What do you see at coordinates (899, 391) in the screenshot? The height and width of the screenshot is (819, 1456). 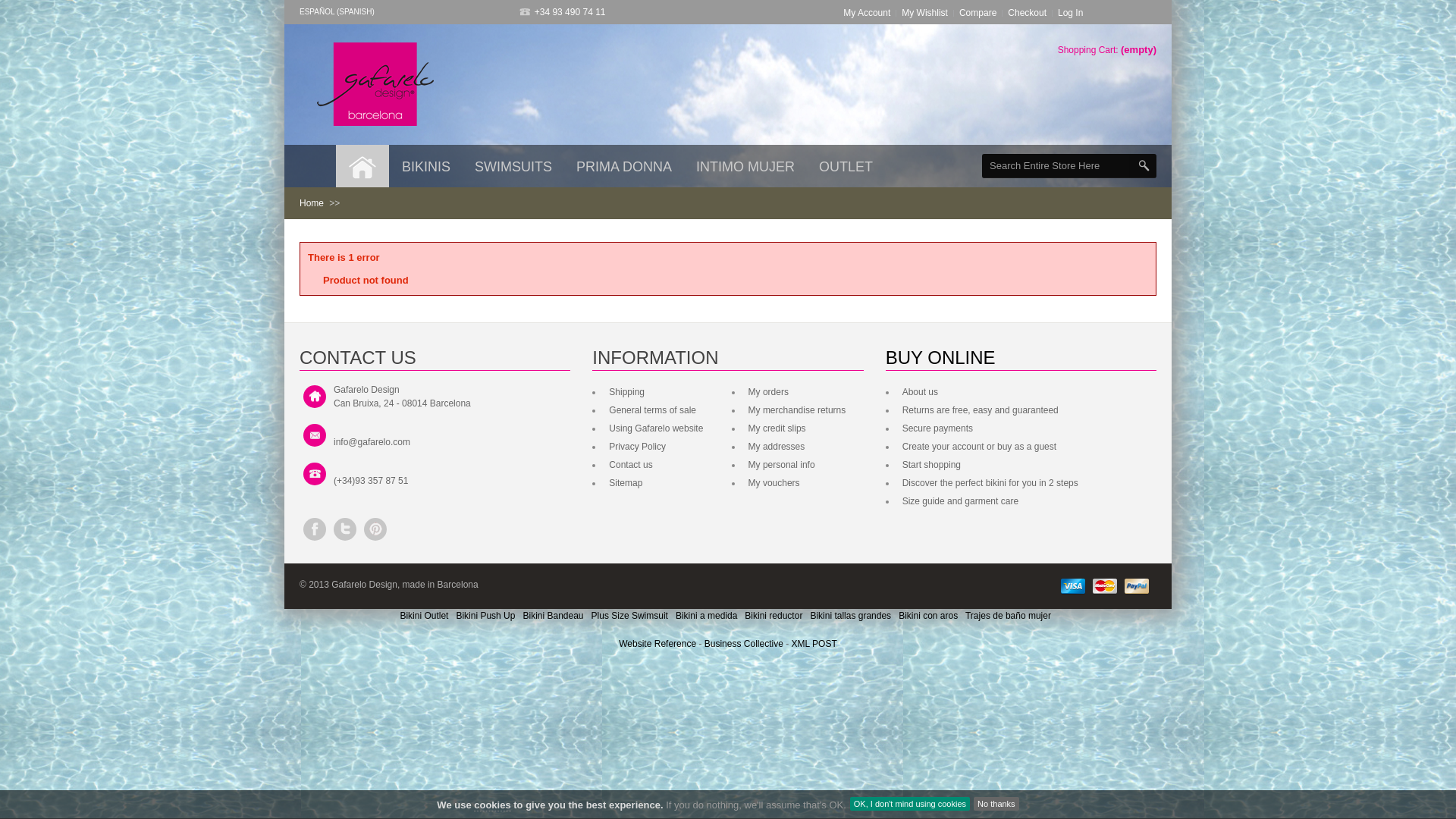 I see `'About us'` at bounding box center [899, 391].